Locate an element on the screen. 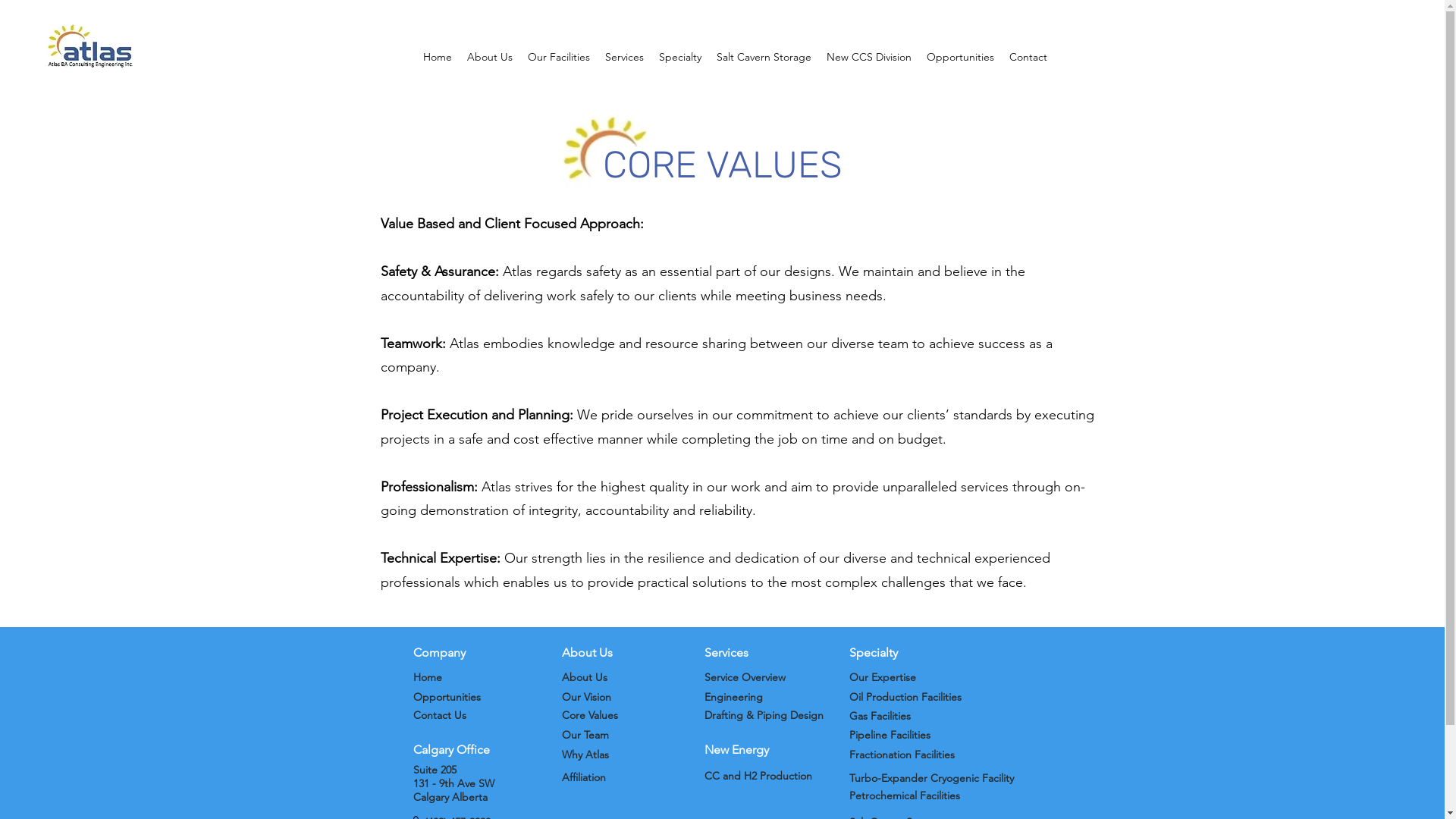 Image resolution: width=1456 pixels, height=819 pixels. 'Contact Us' is located at coordinates (438, 714).